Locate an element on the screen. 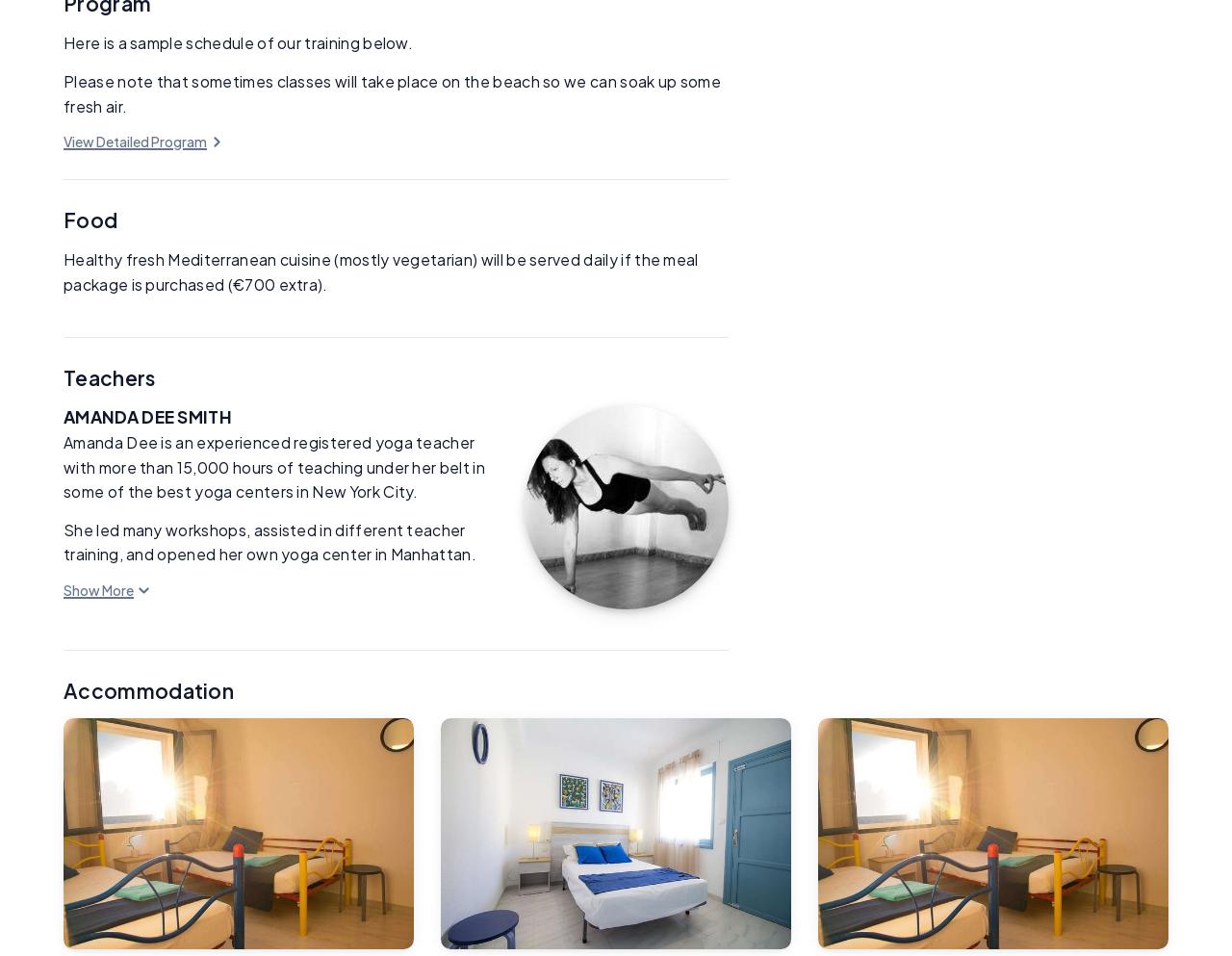 This screenshot has height=956, width=1232. 'Show More' is located at coordinates (97, 588).